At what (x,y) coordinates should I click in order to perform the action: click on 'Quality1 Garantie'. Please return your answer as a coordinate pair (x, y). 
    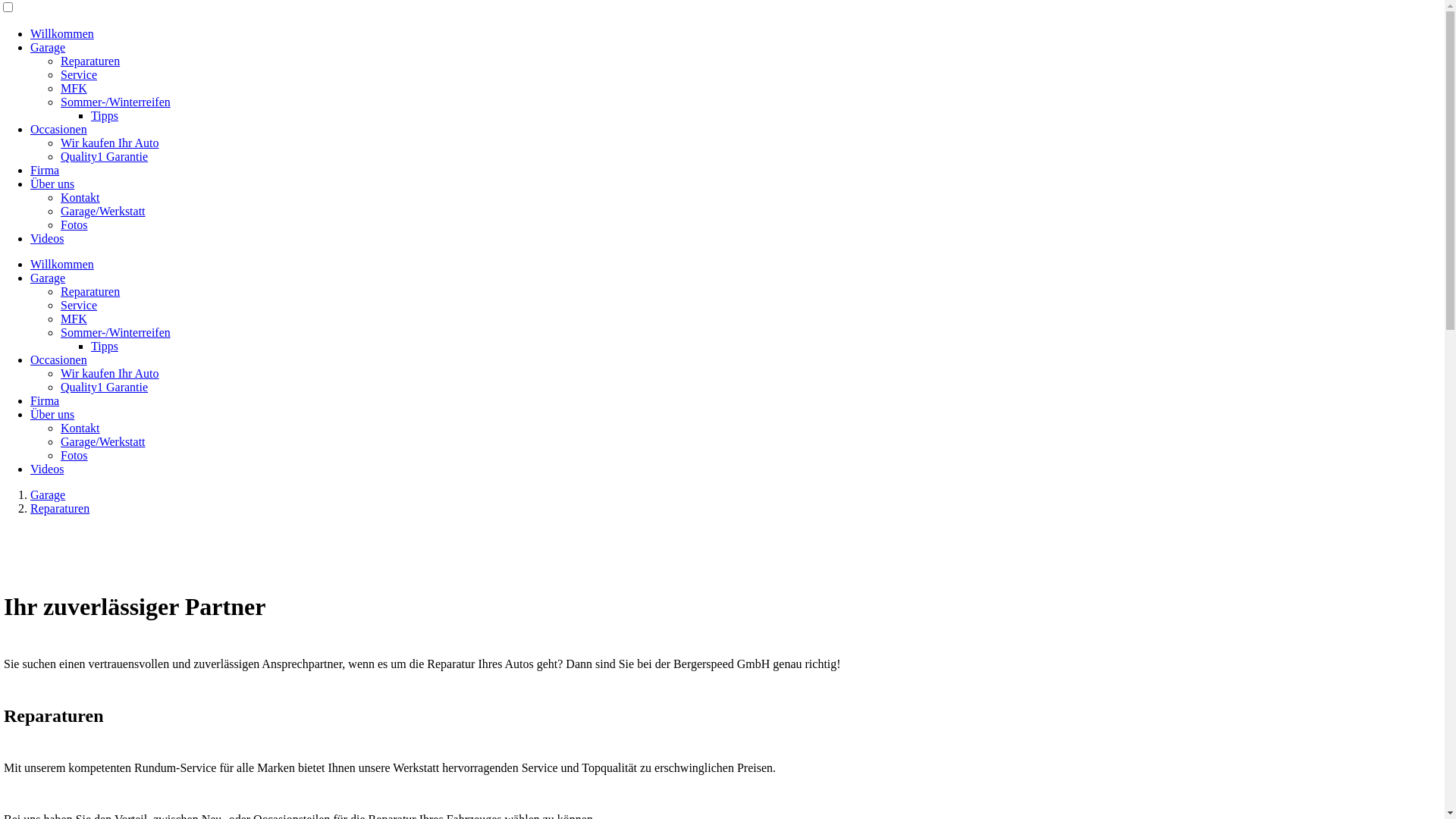
    Looking at the image, I should click on (103, 386).